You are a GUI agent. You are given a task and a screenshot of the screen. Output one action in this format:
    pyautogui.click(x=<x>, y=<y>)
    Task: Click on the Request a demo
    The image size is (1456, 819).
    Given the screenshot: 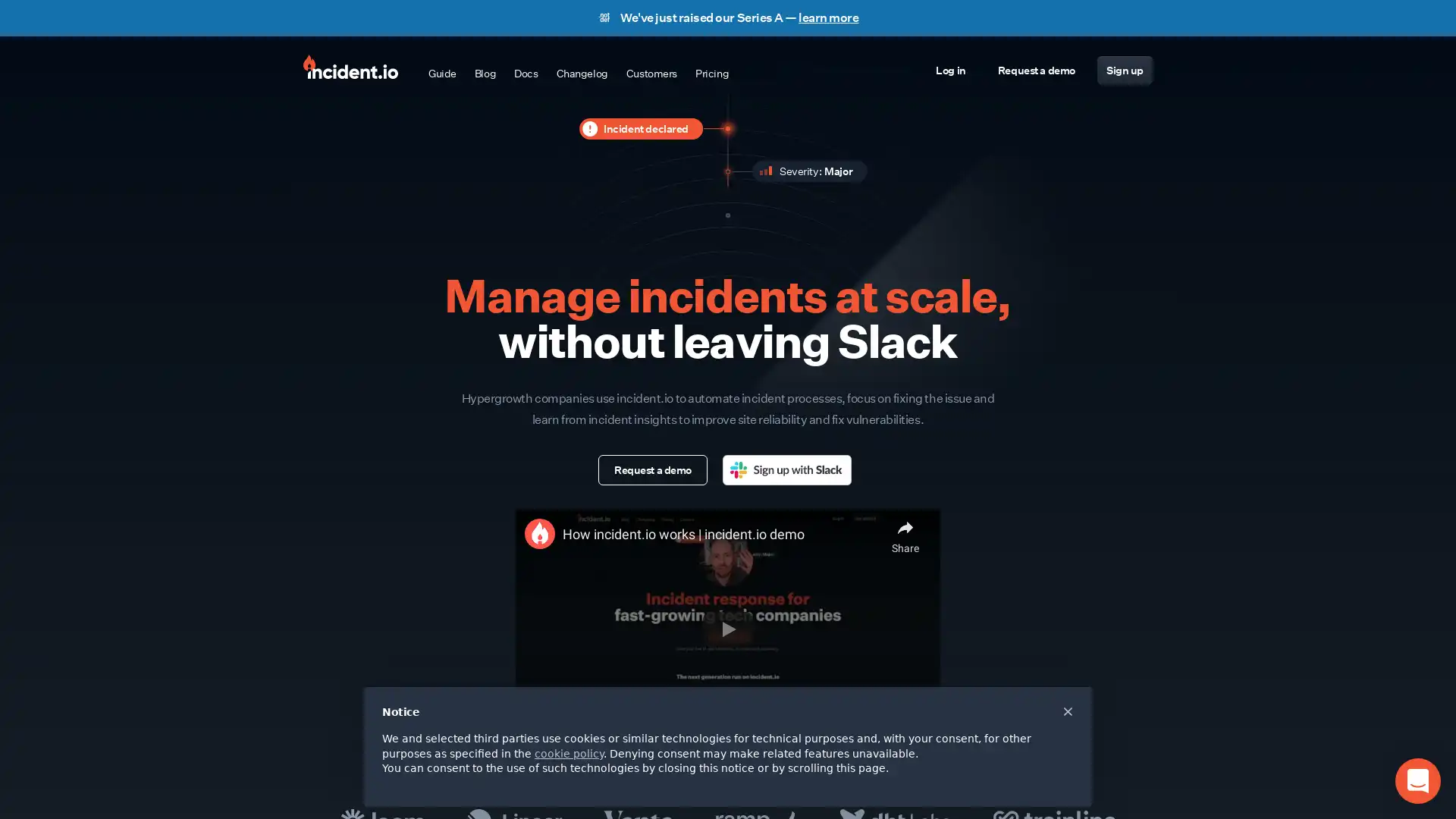 What is the action you would take?
    pyautogui.click(x=652, y=469)
    